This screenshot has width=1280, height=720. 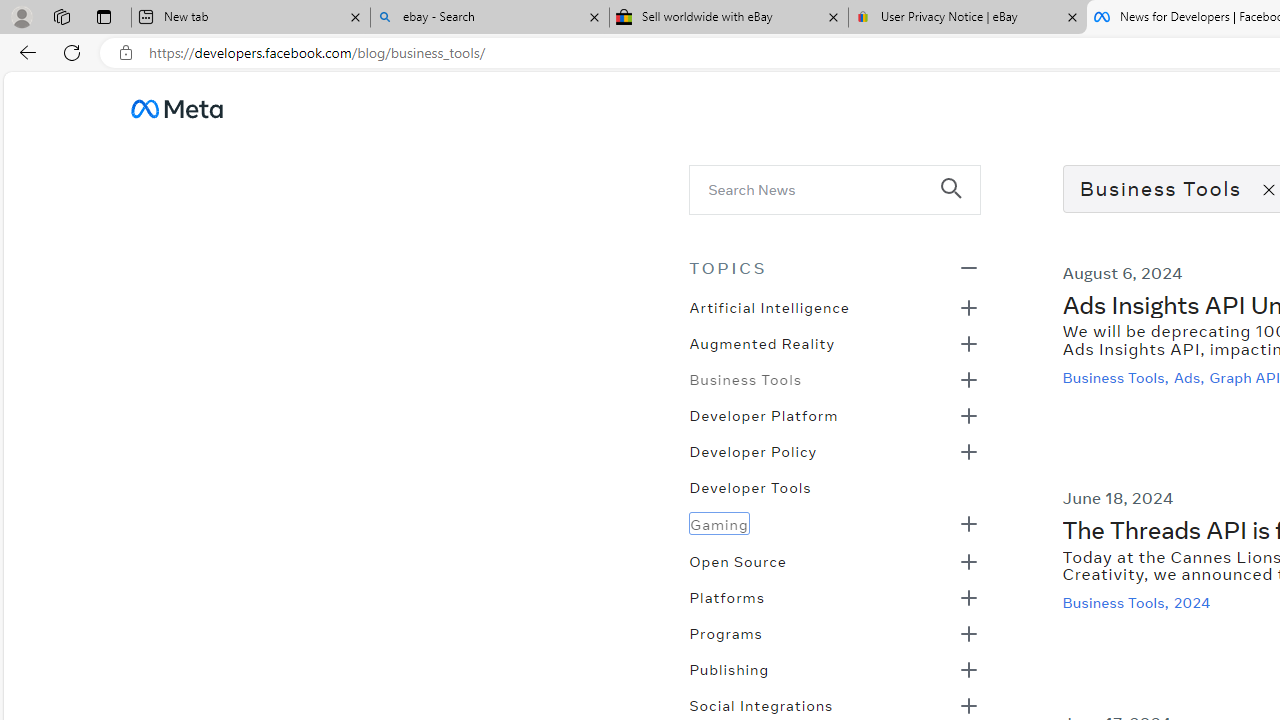 I want to click on 'Artificial Intelligence', so click(x=768, y=306).